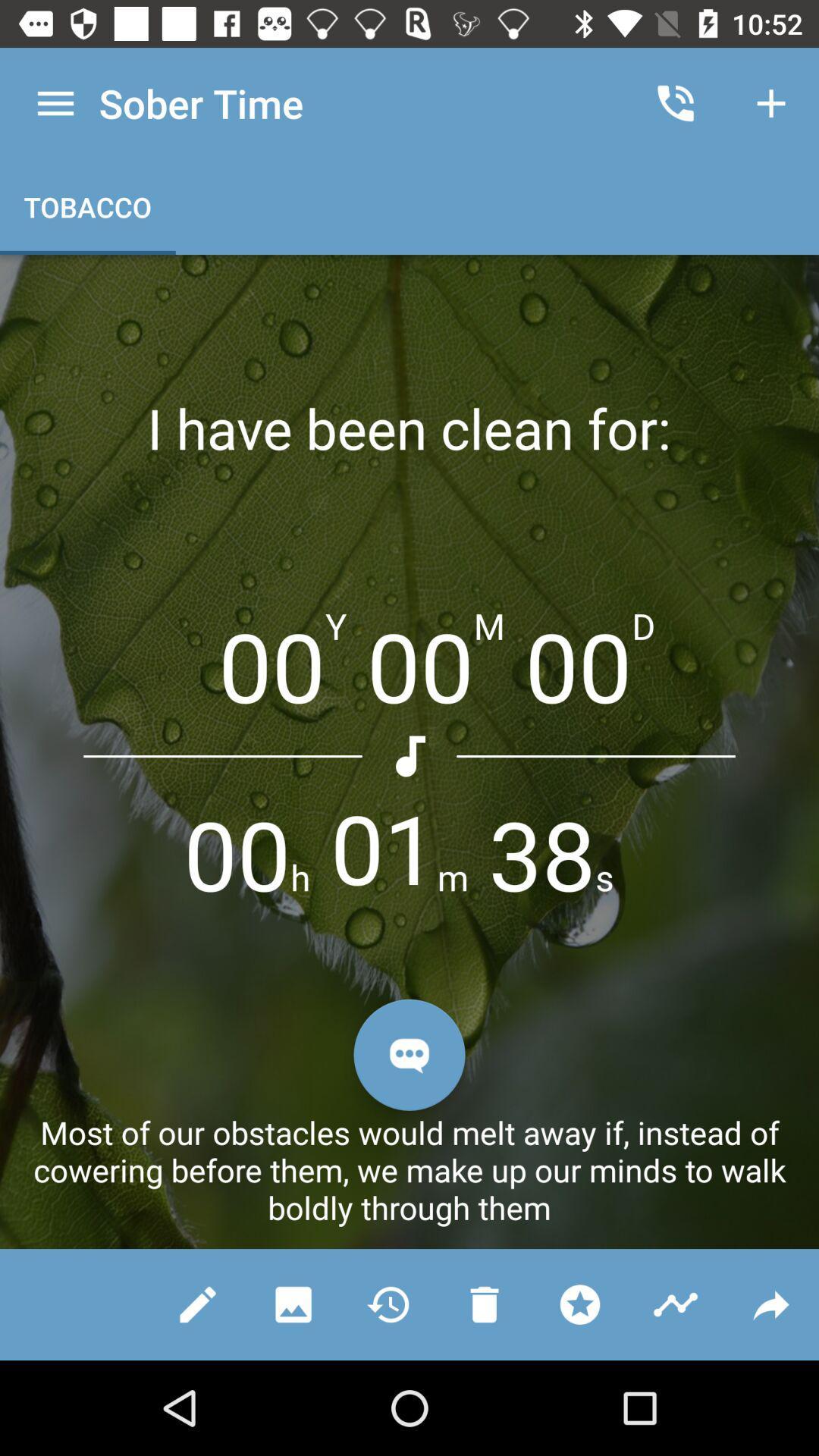  What do you see at coordinates (675, 102) in the screenshot?
I see `icon next to the   sober time app` at bounding box center [675, 102].